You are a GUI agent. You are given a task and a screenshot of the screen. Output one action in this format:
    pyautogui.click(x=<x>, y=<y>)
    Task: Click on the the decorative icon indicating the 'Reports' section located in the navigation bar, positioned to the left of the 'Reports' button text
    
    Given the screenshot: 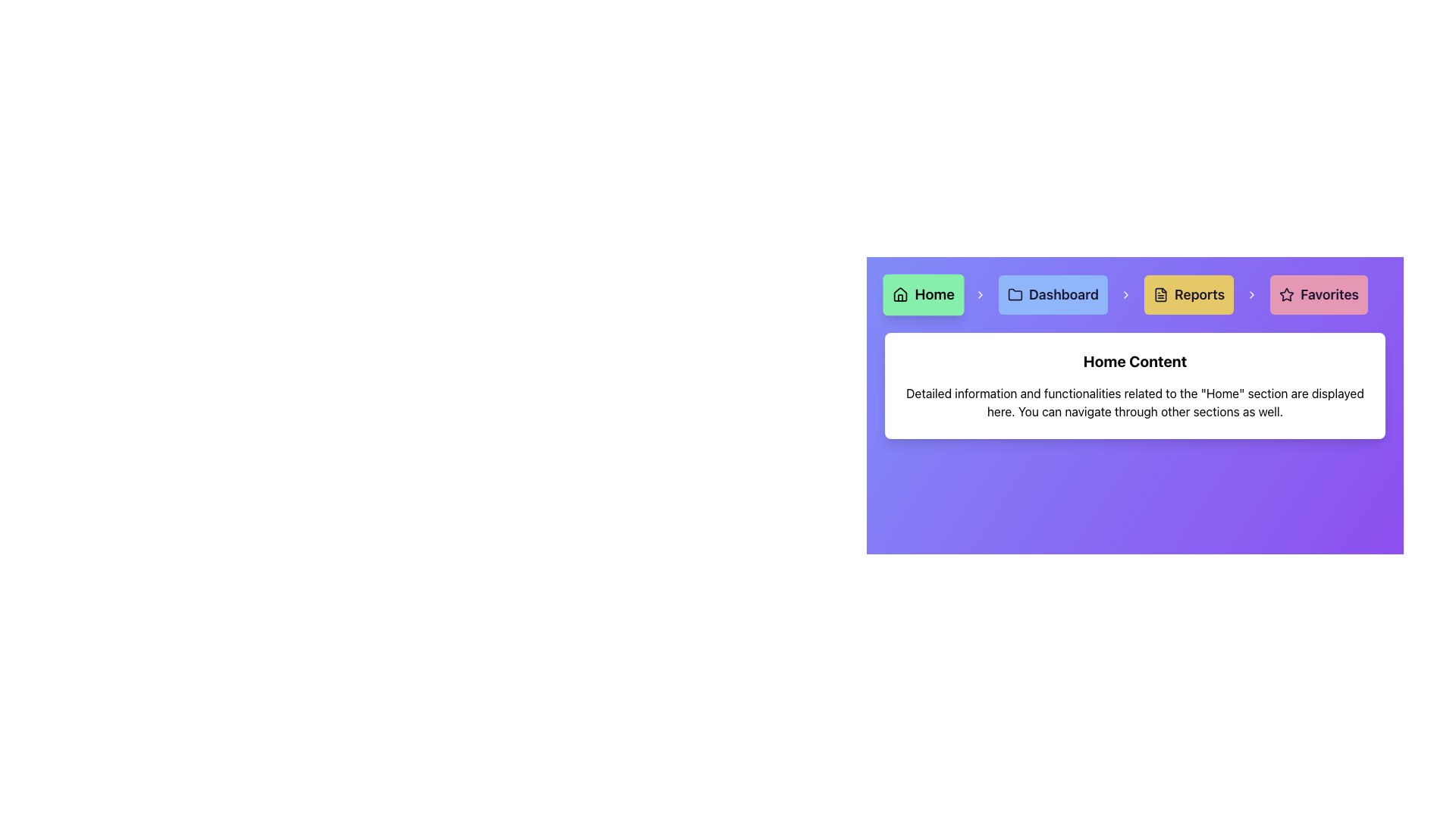 What is the action you would take?
    pyautogui.click(x=1160, y=295)
    